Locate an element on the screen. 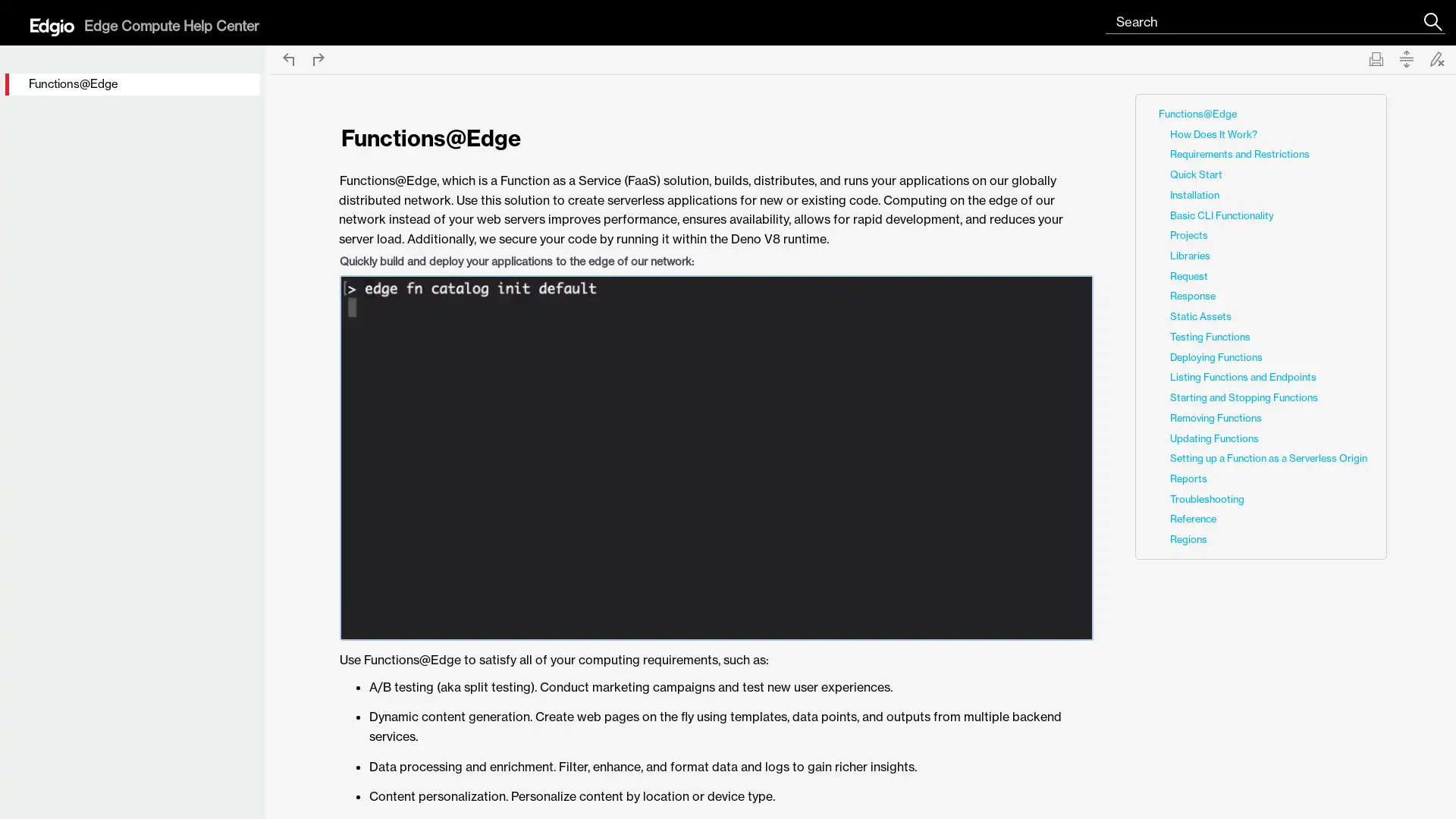 This screenshot has height=819, width=1456. next topic is located at coordinates (318, 58).